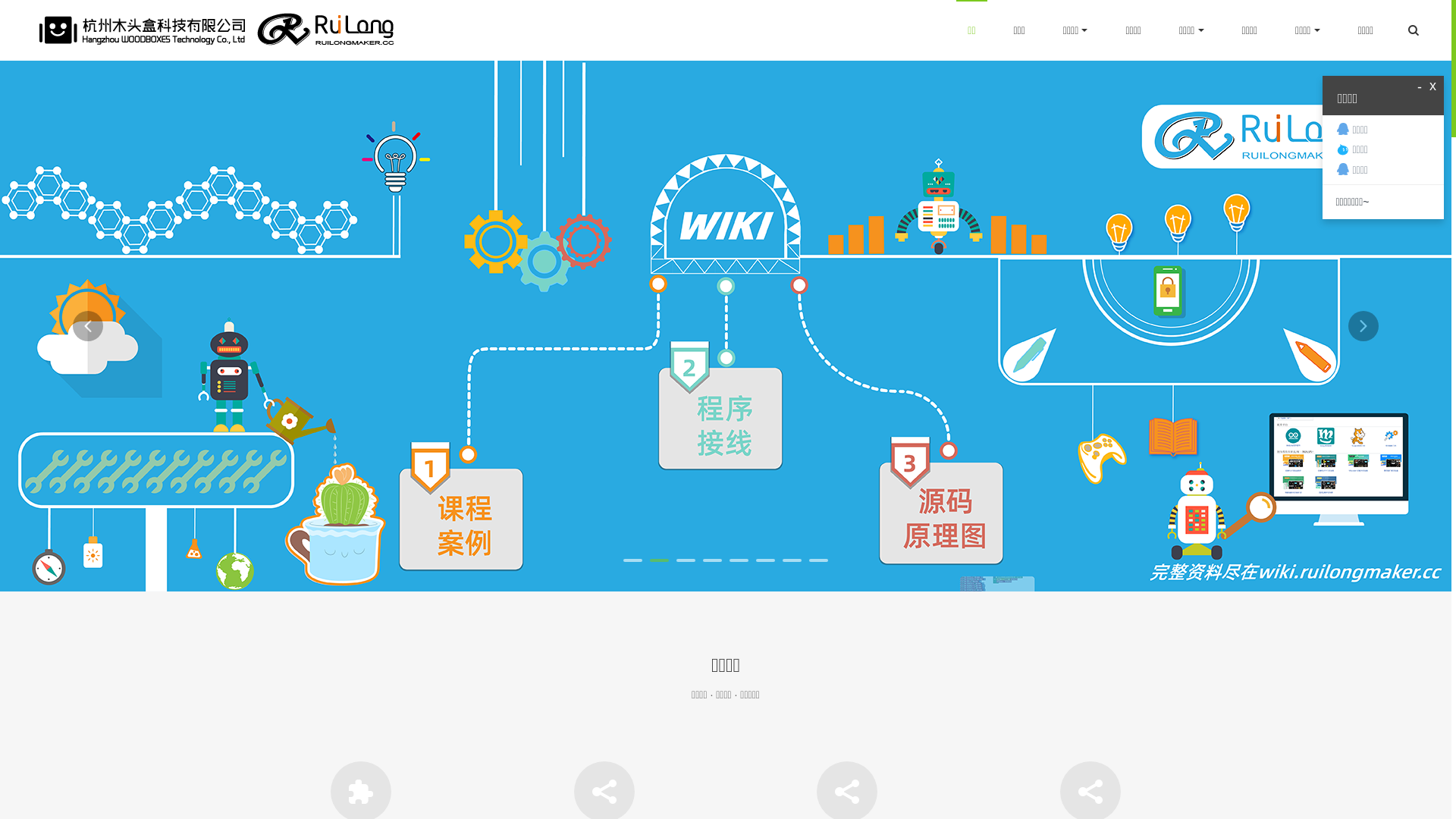 Image resolution: width=1456 pixels, height=819 pixels. Describe the element at coordinates (1416, 87) in the screenshot. I see `'-'` at that location.